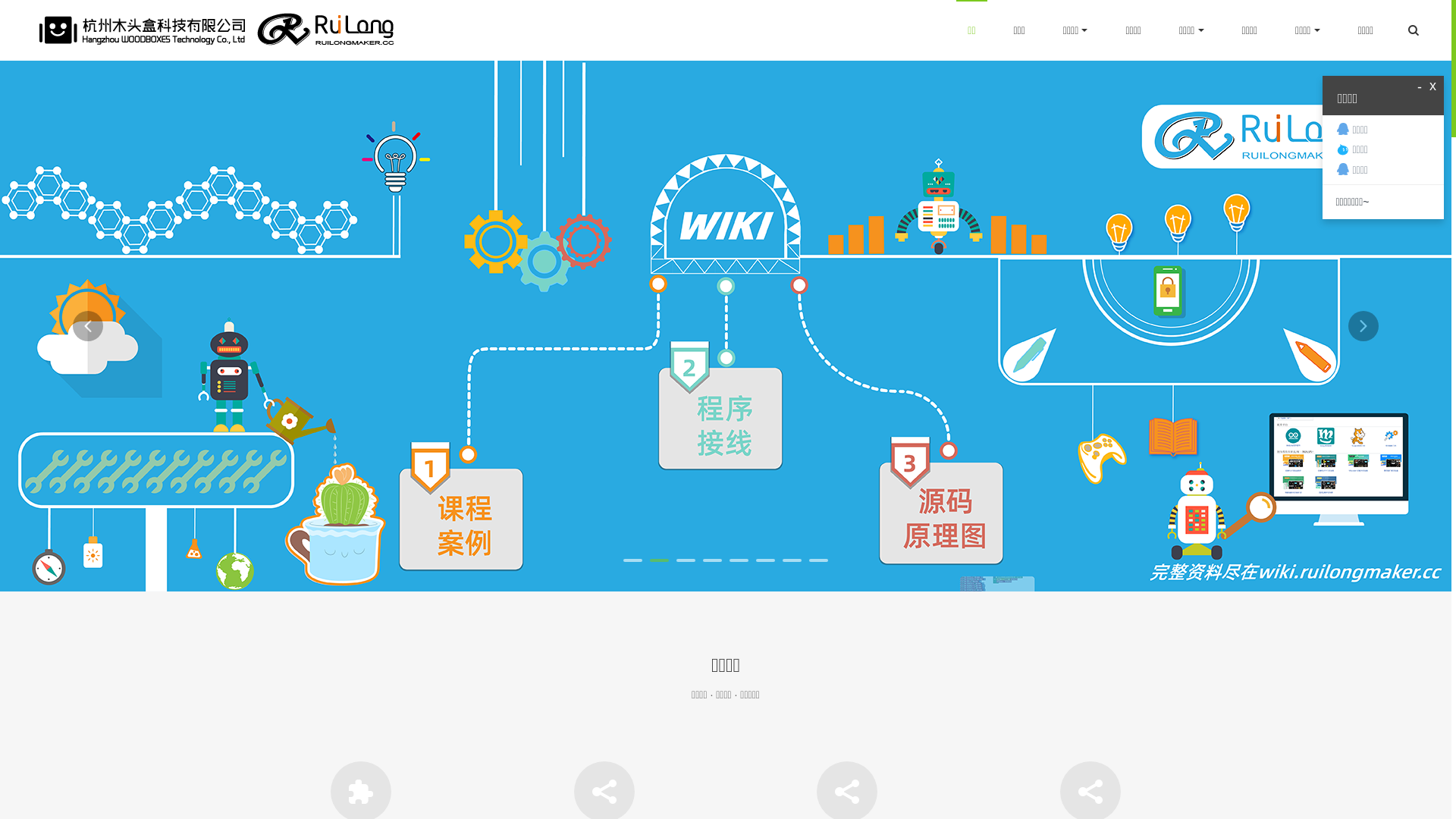 Image resolution: width=1456 pixels, height=819 pixels. Describe the element at coordinates (1416, 87) in the screenshot. I see `'-'` at that location.